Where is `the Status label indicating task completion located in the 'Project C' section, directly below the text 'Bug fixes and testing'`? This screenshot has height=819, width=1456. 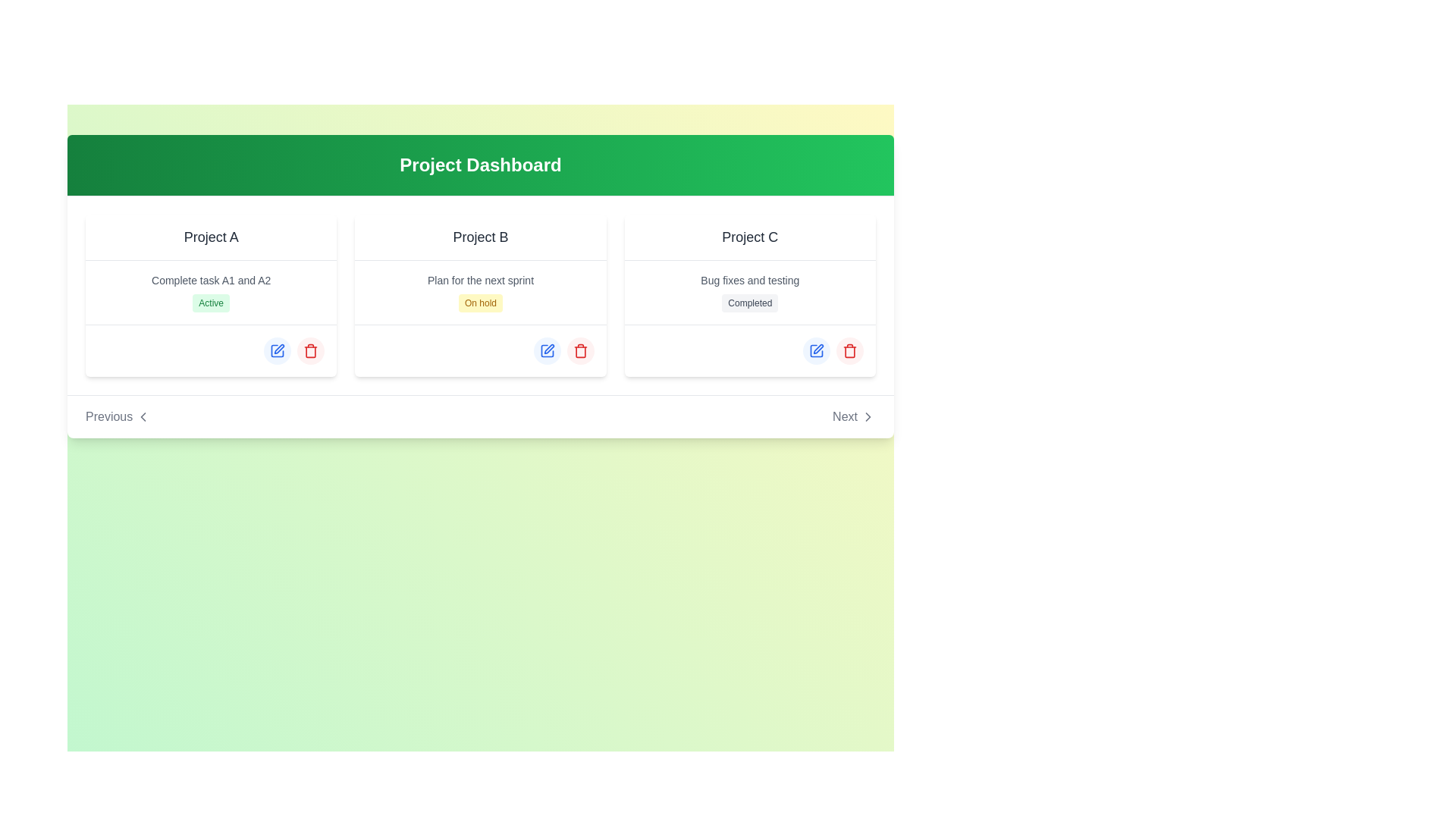
the Status label indicating task completion located in the 'Project C' section, directly below the text 'Bug fixes and testing' is located at coordinates (750, 303).